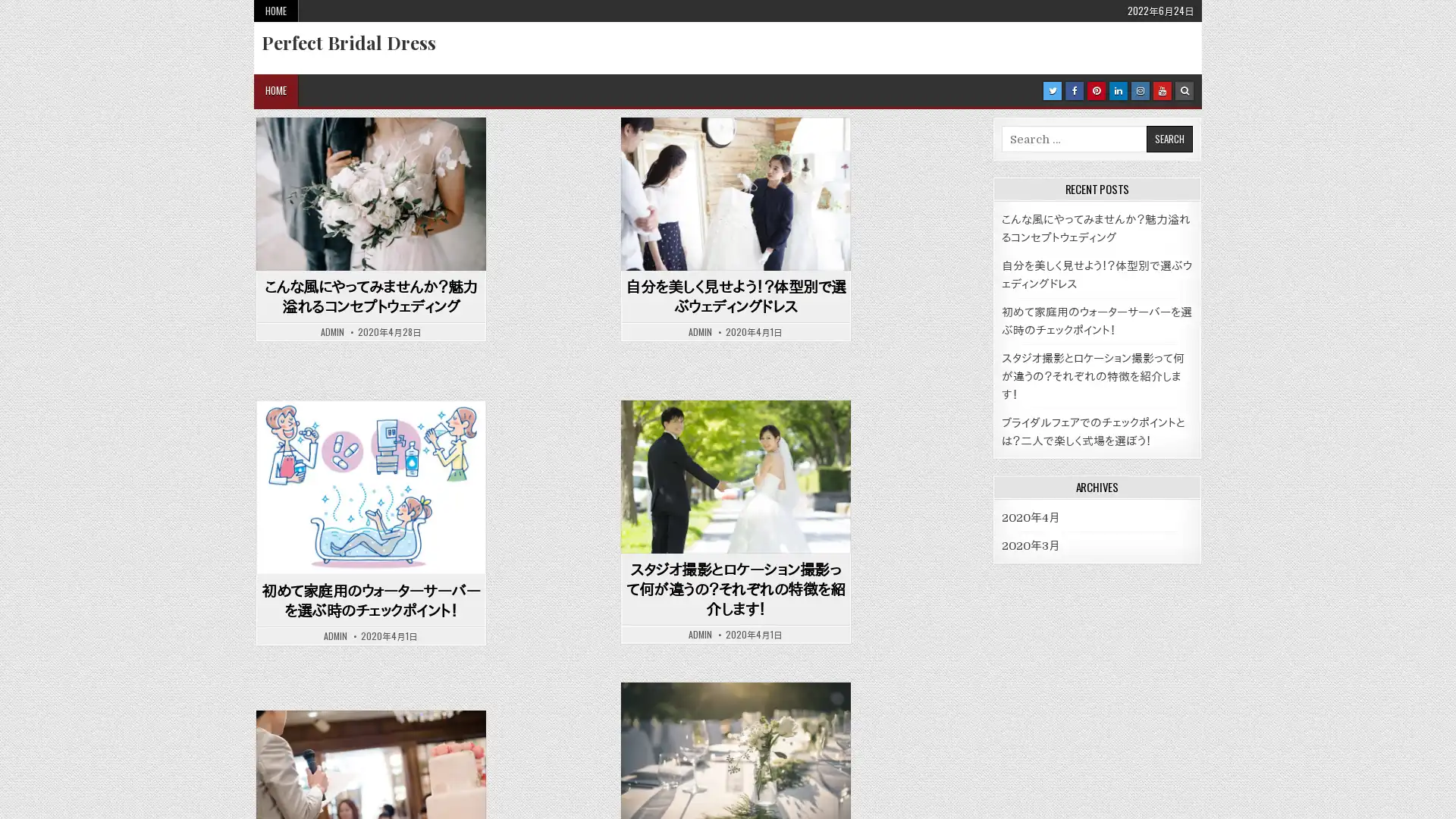 The image size is (1456, 819). Describe the element at coordinates (1168, 139) in the screenshot. I see `Search` at that location.